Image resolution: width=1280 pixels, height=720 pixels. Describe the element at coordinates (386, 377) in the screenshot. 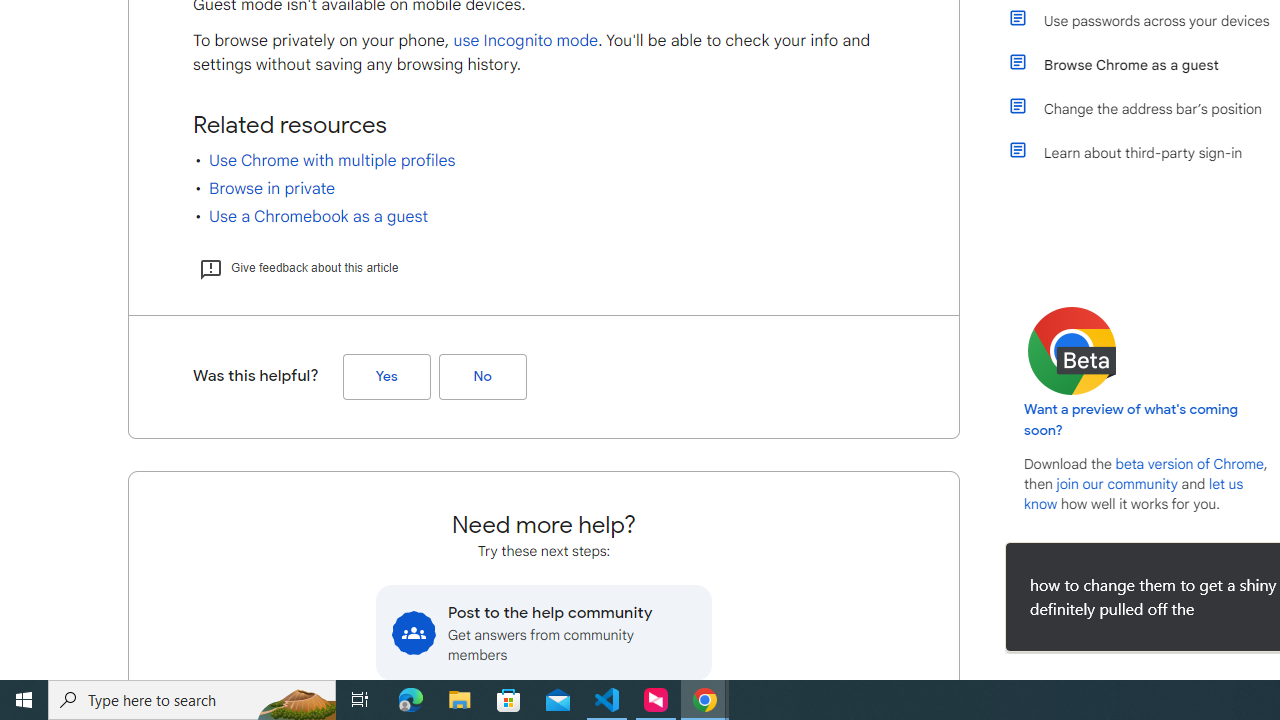

I see `'Yes (Was this helpful?)'` at that location.